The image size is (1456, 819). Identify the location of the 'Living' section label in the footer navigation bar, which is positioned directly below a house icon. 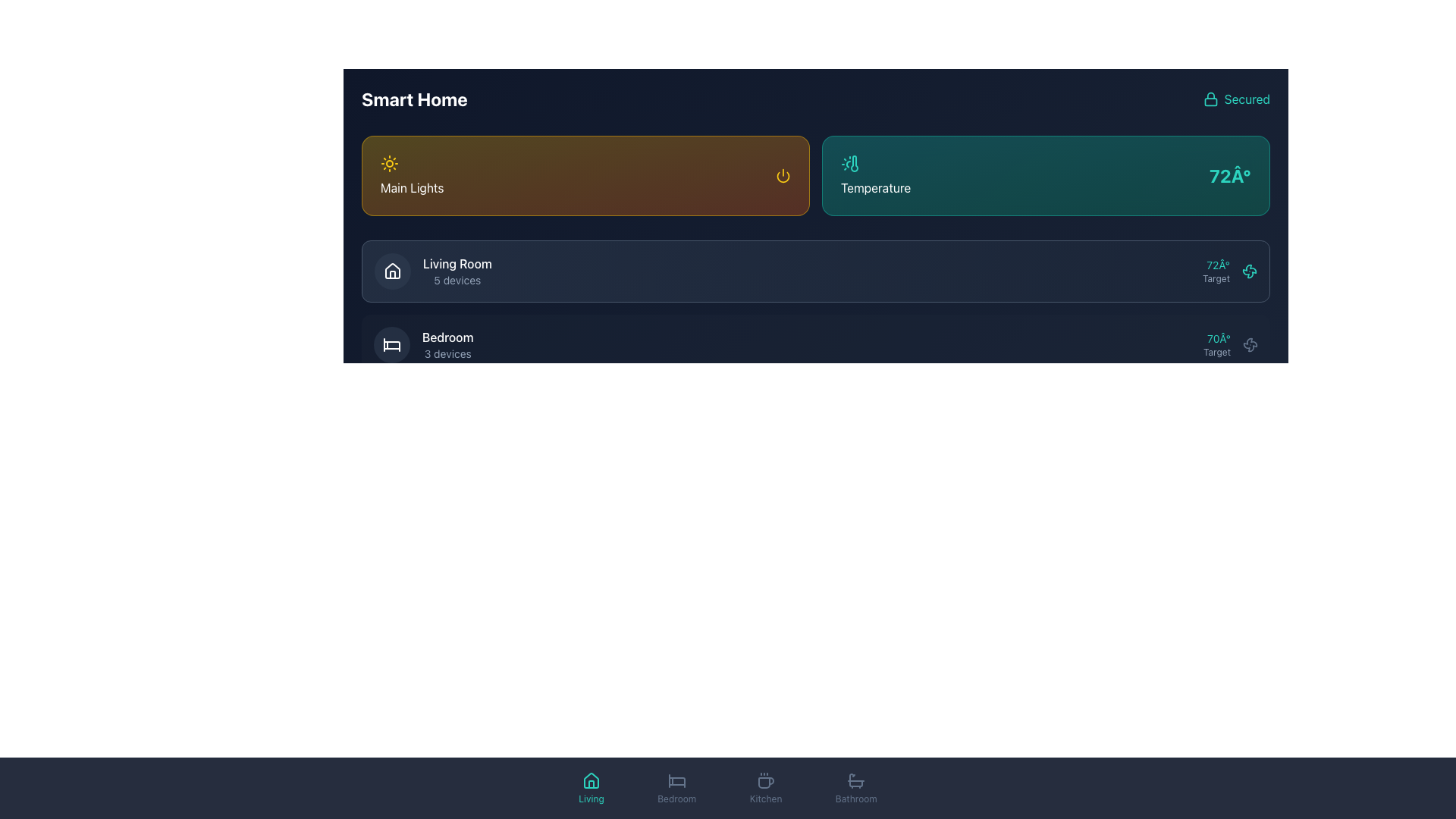
(590, 798).